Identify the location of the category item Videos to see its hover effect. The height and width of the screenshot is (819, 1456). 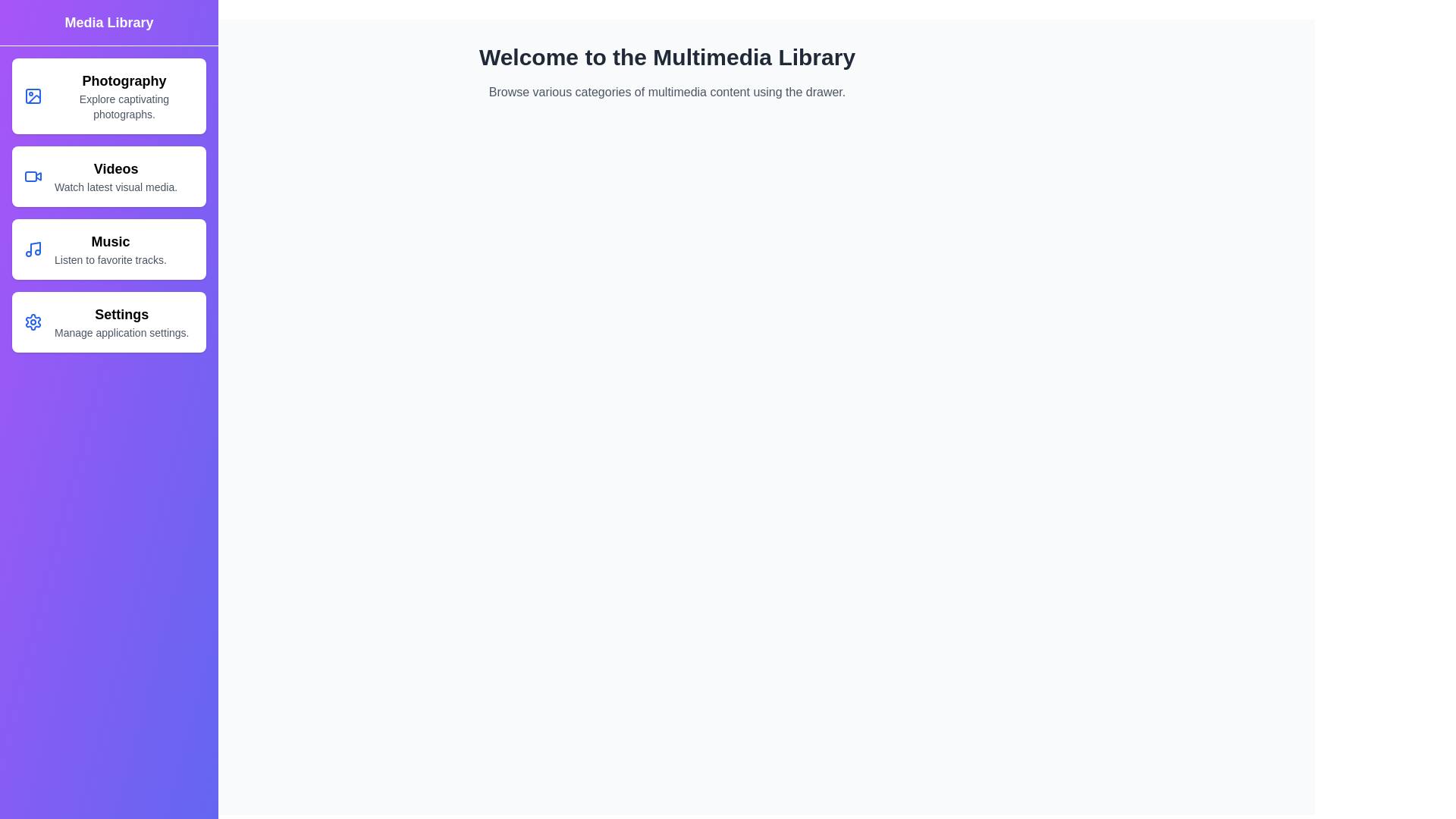
(108, 175).